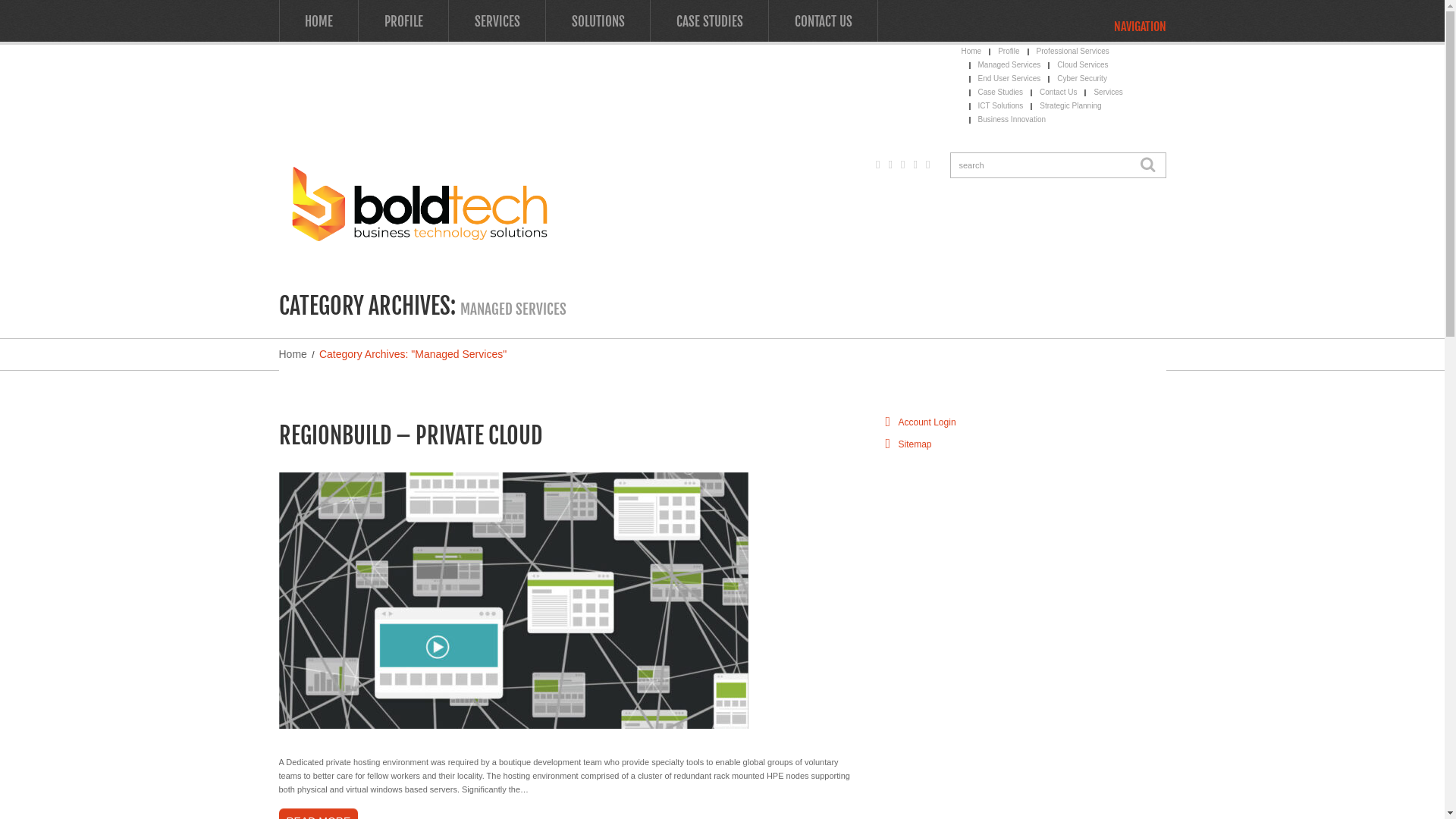 This screenshot has height=819, width=1456. What do you see at coordinates (1147, 165) in the screenshot?
I see `'Go'` at bounding box center [1147, 165].